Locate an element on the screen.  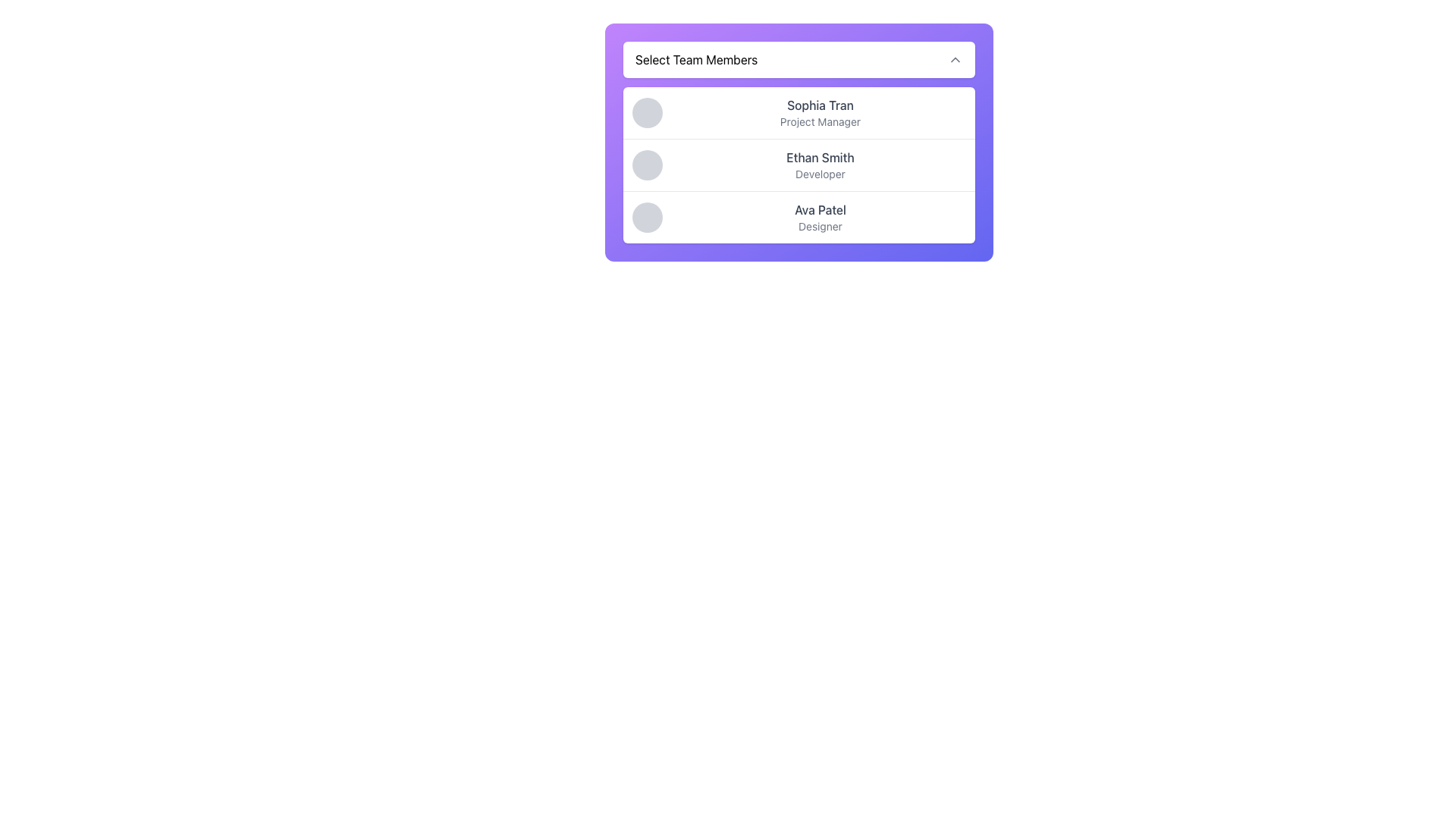
the first list item in the 'Select Team Members' dropdown menu, which displays the text 'Sophia Tran' and includes a profile icon is located at coordinates (799, 112).